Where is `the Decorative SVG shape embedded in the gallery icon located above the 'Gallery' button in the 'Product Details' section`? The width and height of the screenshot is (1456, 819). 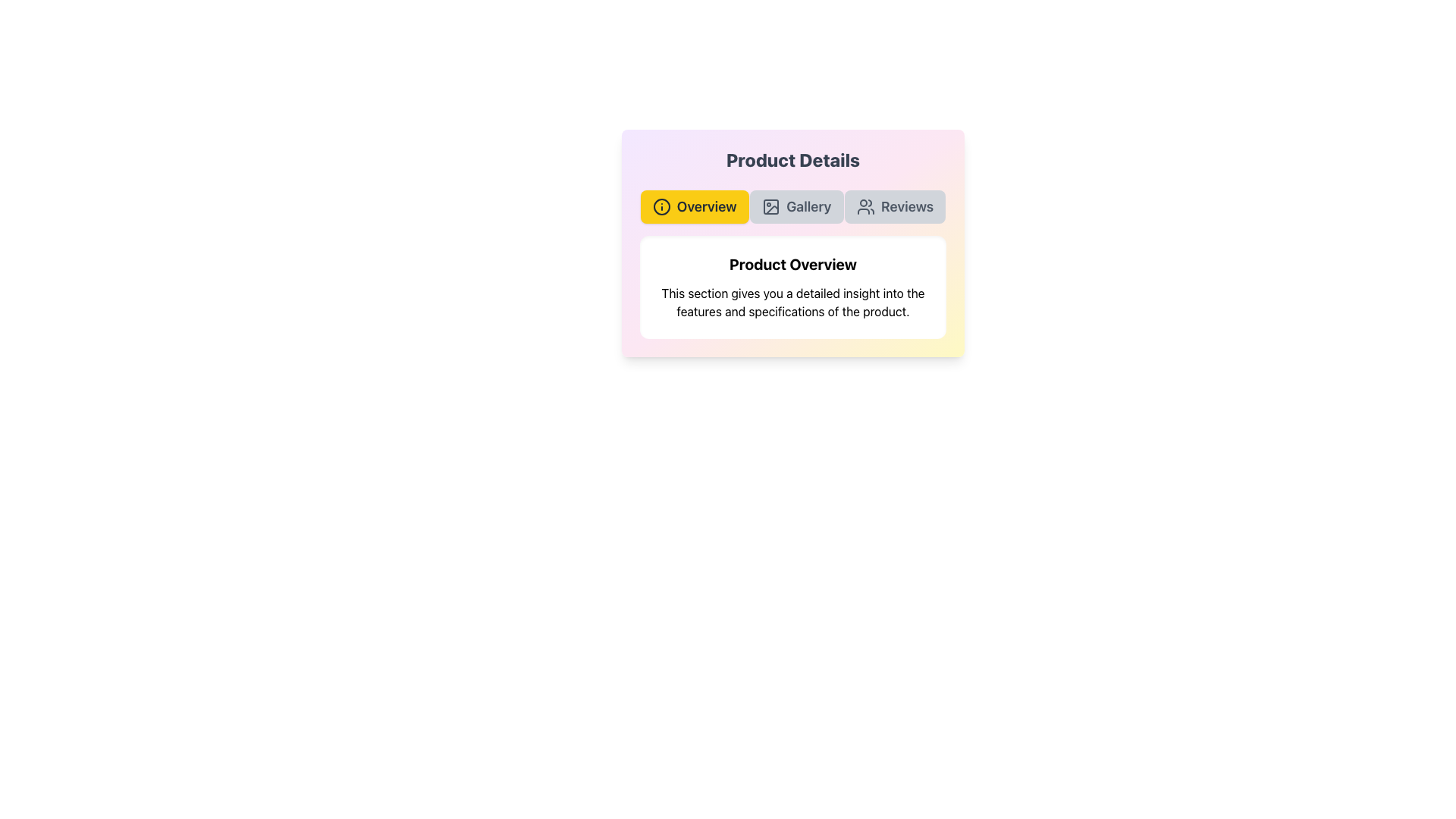
the Decorative SVG shape embedded in the gallery icon located above the 'Gallery' button in the 'Product Details' section is located at coordinates (771, 207).